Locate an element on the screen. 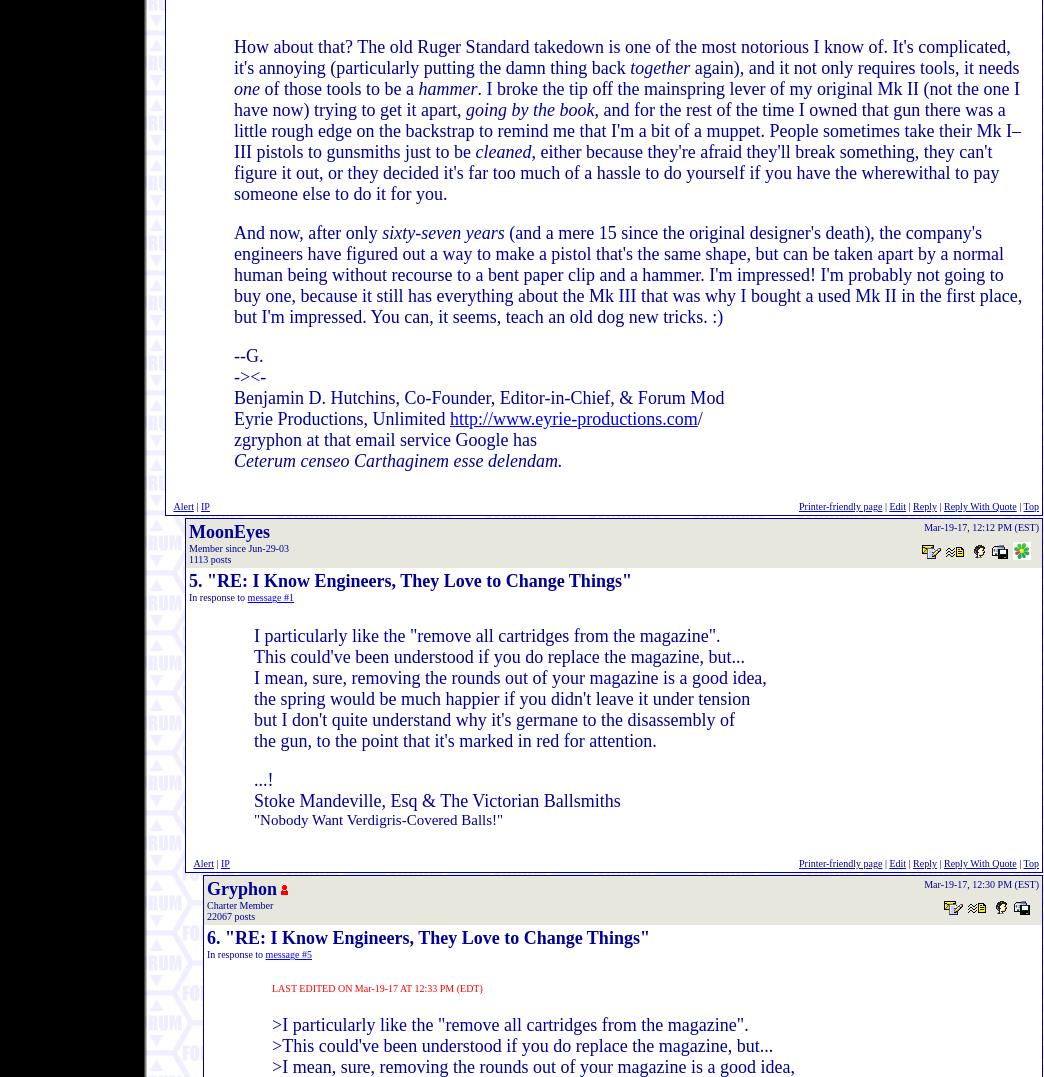 This screenshot has width=1044, height=1077. 'message #1' is located at coordinates (247, 596).